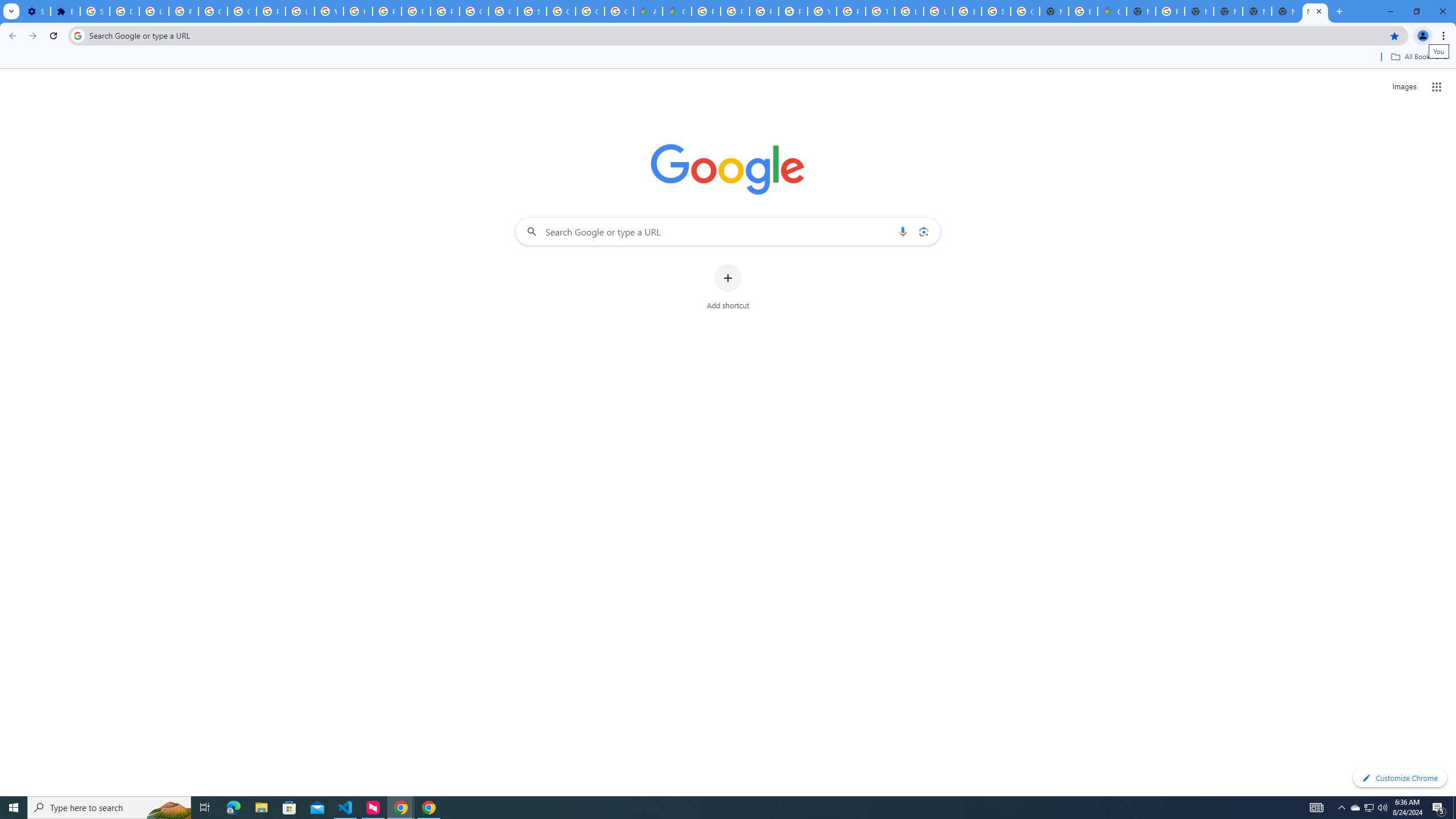 The height and width of the screenshot is (819, 1456). What do you see at coordinates (213, 11) in the screenshot?
I see `'Google Account Help'` at bounding box center [213, 11].